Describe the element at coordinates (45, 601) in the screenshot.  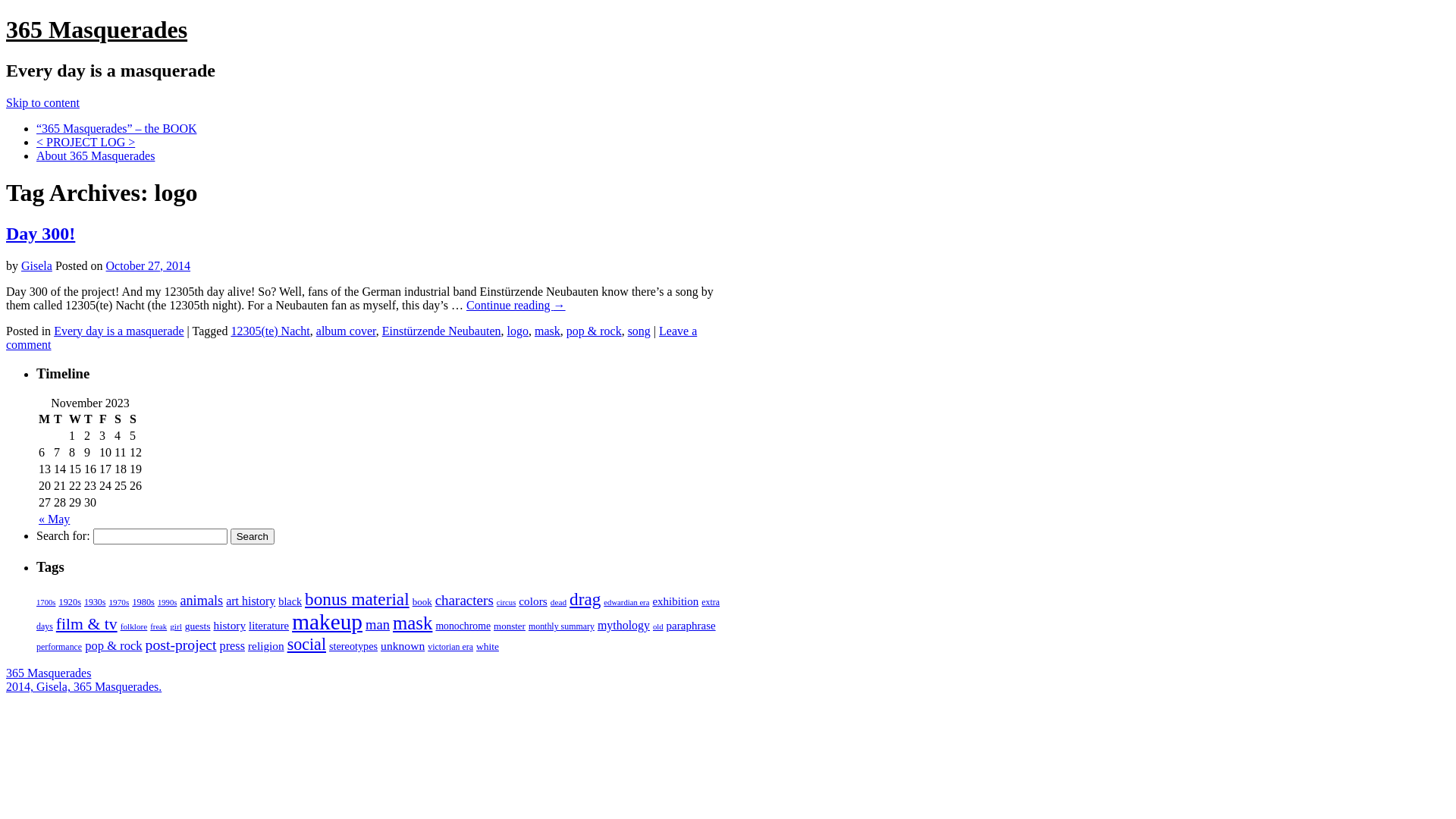
I see `'1700s'` at that location.